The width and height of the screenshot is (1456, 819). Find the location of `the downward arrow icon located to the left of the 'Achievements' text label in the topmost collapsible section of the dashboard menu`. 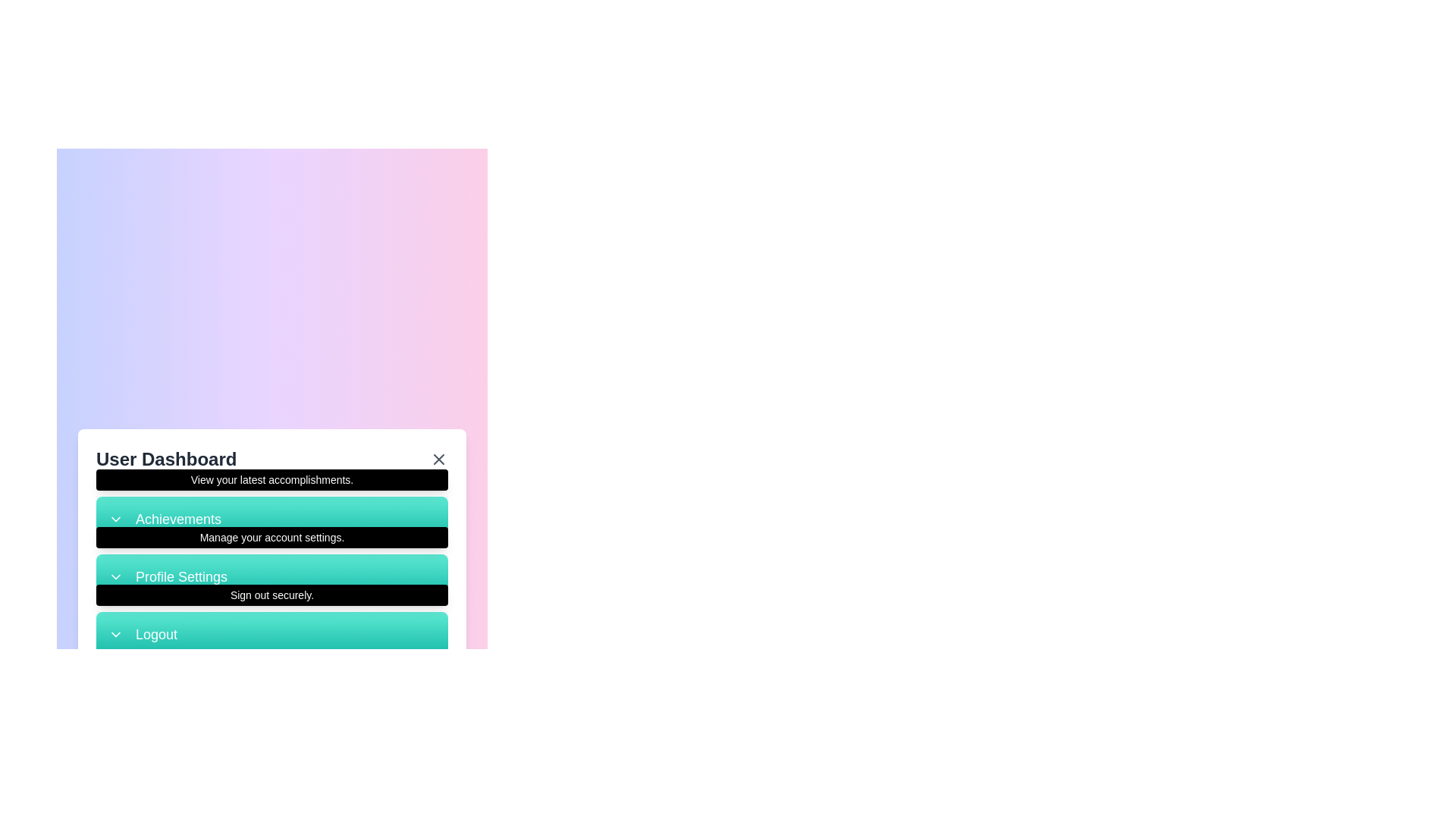

the downward arrow icon located to the left of the 'Achievements' text label in the topmost collapsible section of the dashboard menu is located at coordinates (115, 518).